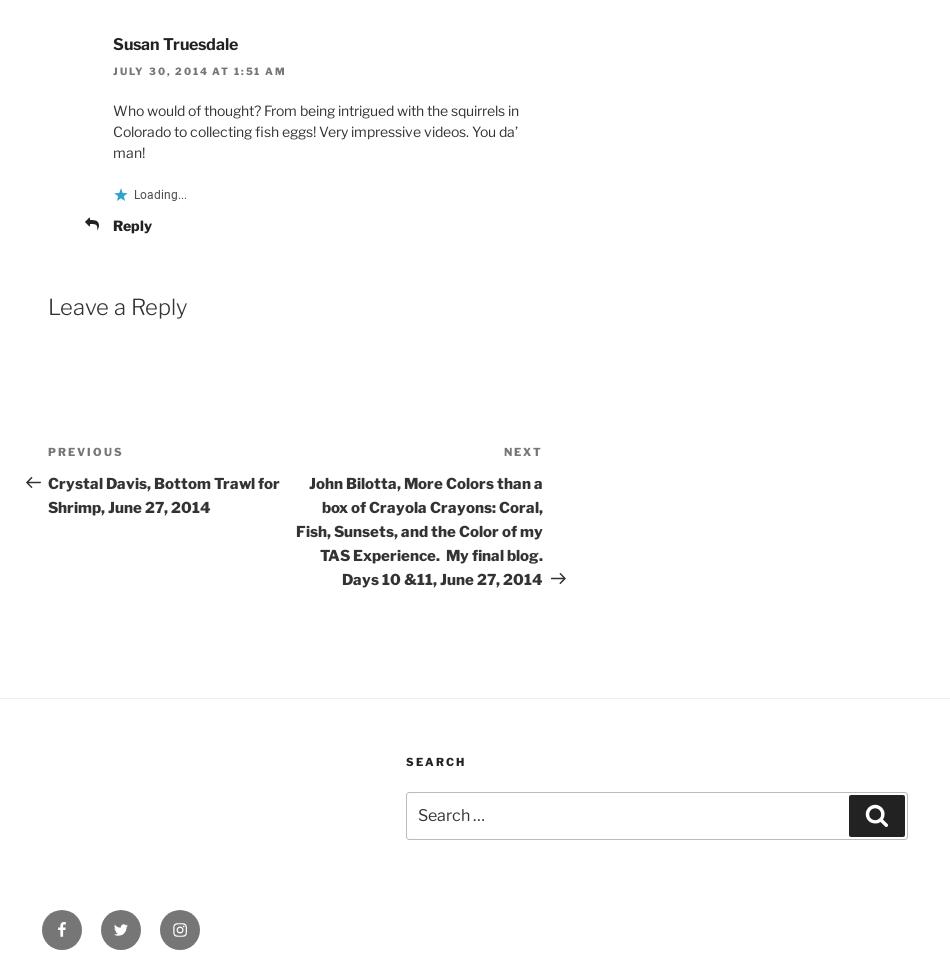 The height and width of the screenshot is (972, 950). Describe the element at coordinates (163, 495) in the screenshot. I see `'Crystal Davis, Bottom Trawl for Shrimp, June 27, 2014'` at that location.